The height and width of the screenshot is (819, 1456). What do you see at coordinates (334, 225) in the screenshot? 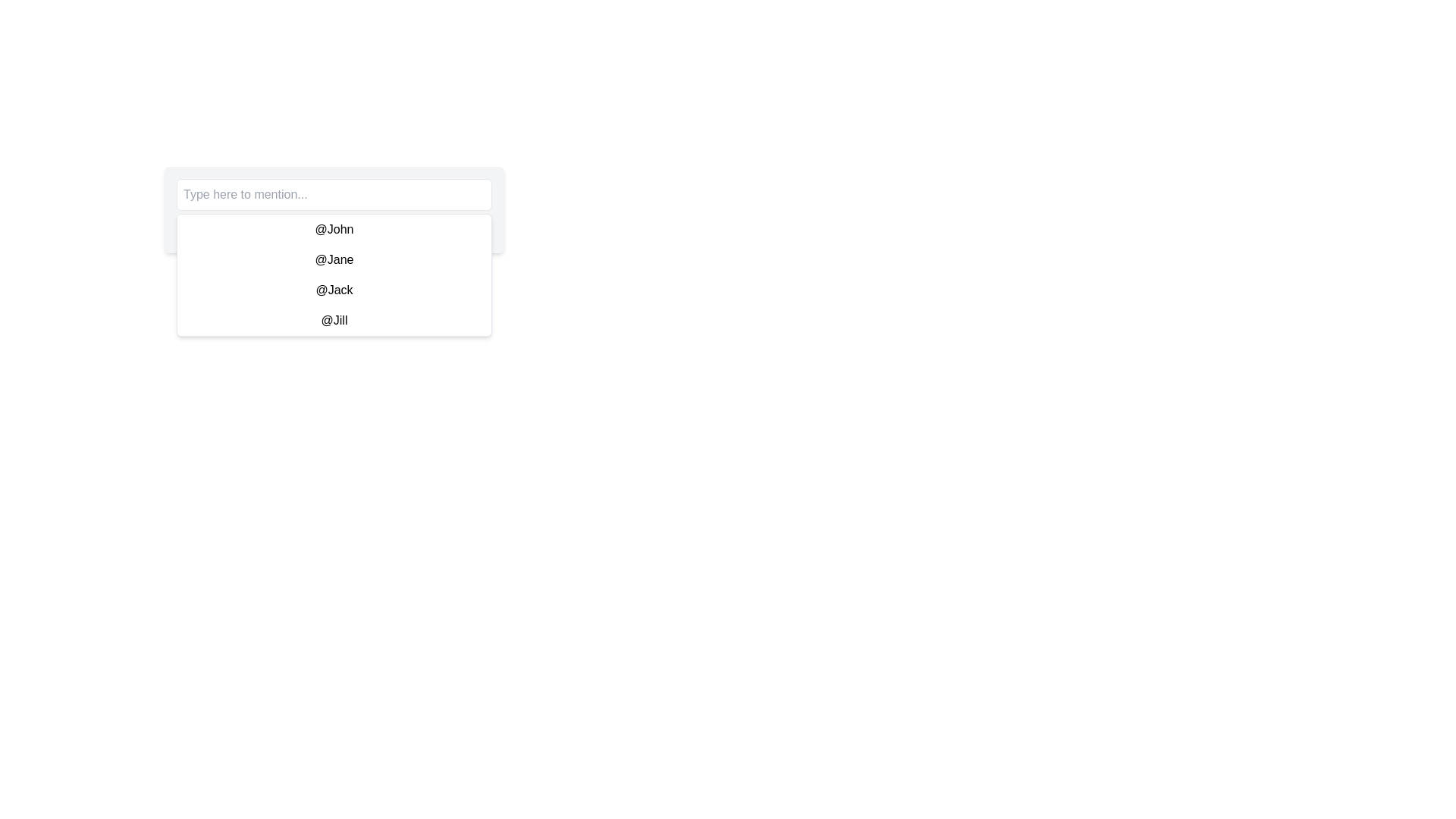
I see `the Text Label displaying 'Mentions:' which is bolded and located at the top-left section of the interface` at bounding box center [334, 225].